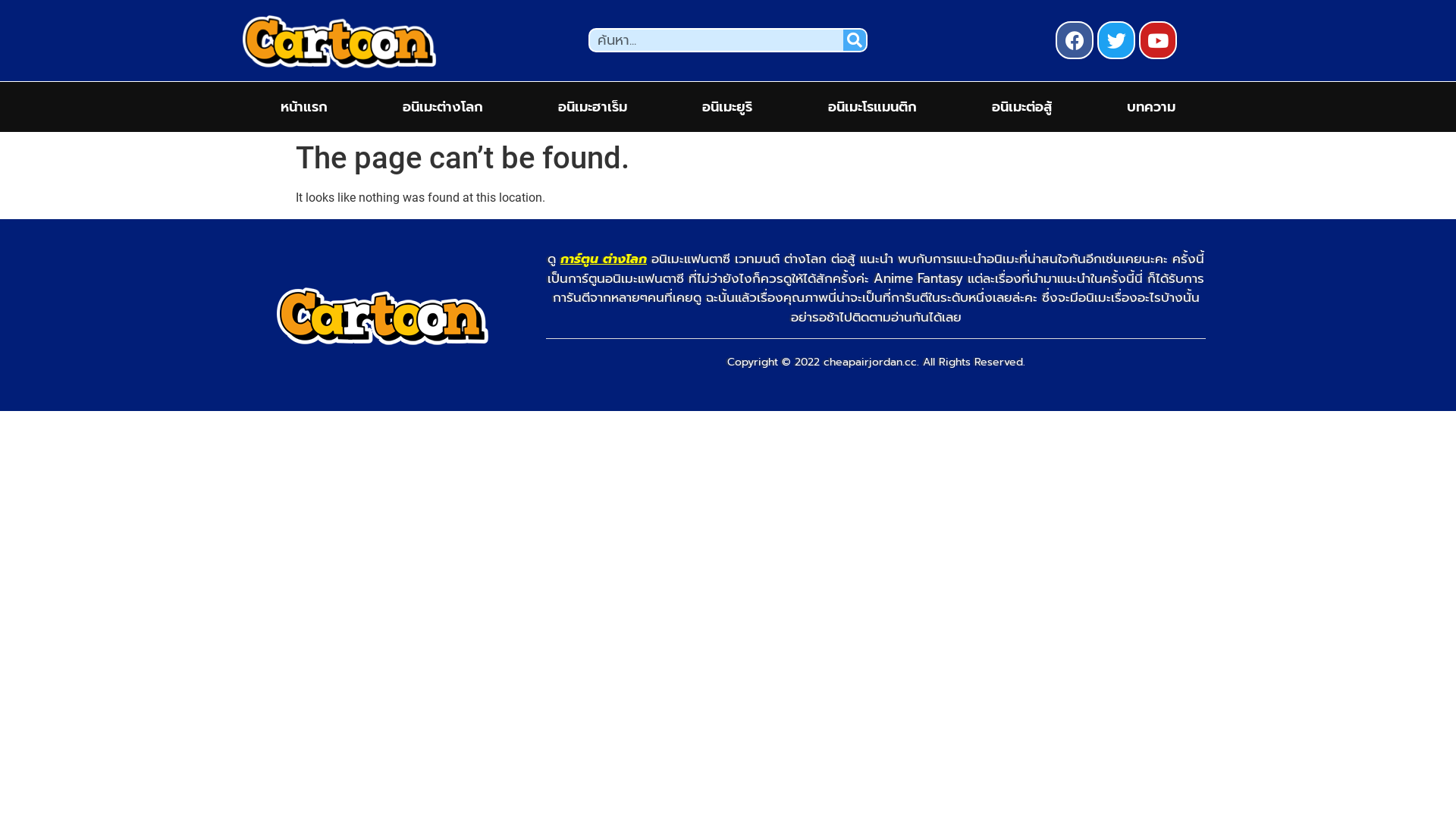 The image size is (1456, 819). What do you see at coordinates (855, 39) in the screenshot?
I see `'Search'` at bounding box center [855, 39].